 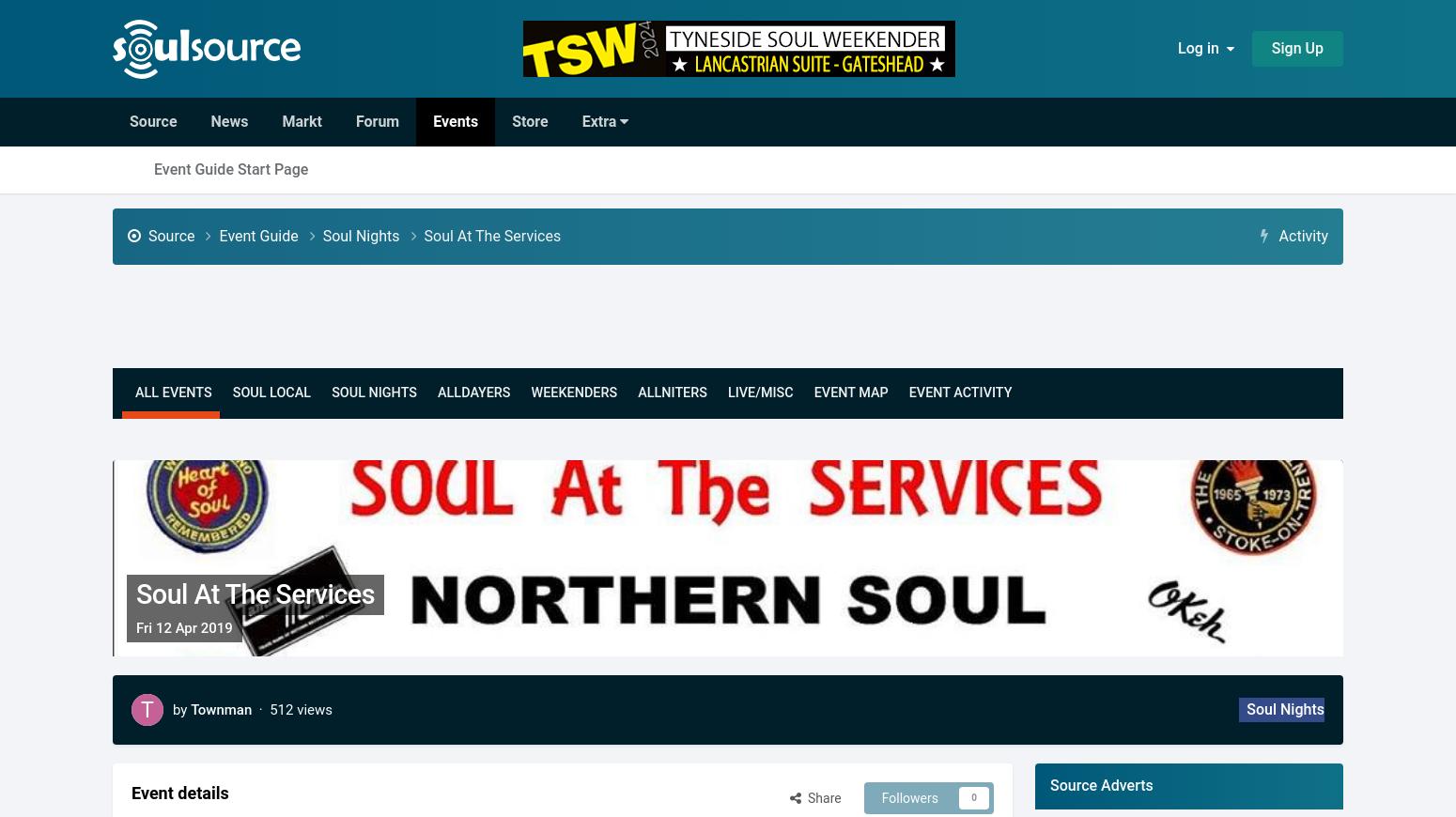 I want to click on 'Nights', so click(x=363, y=393).